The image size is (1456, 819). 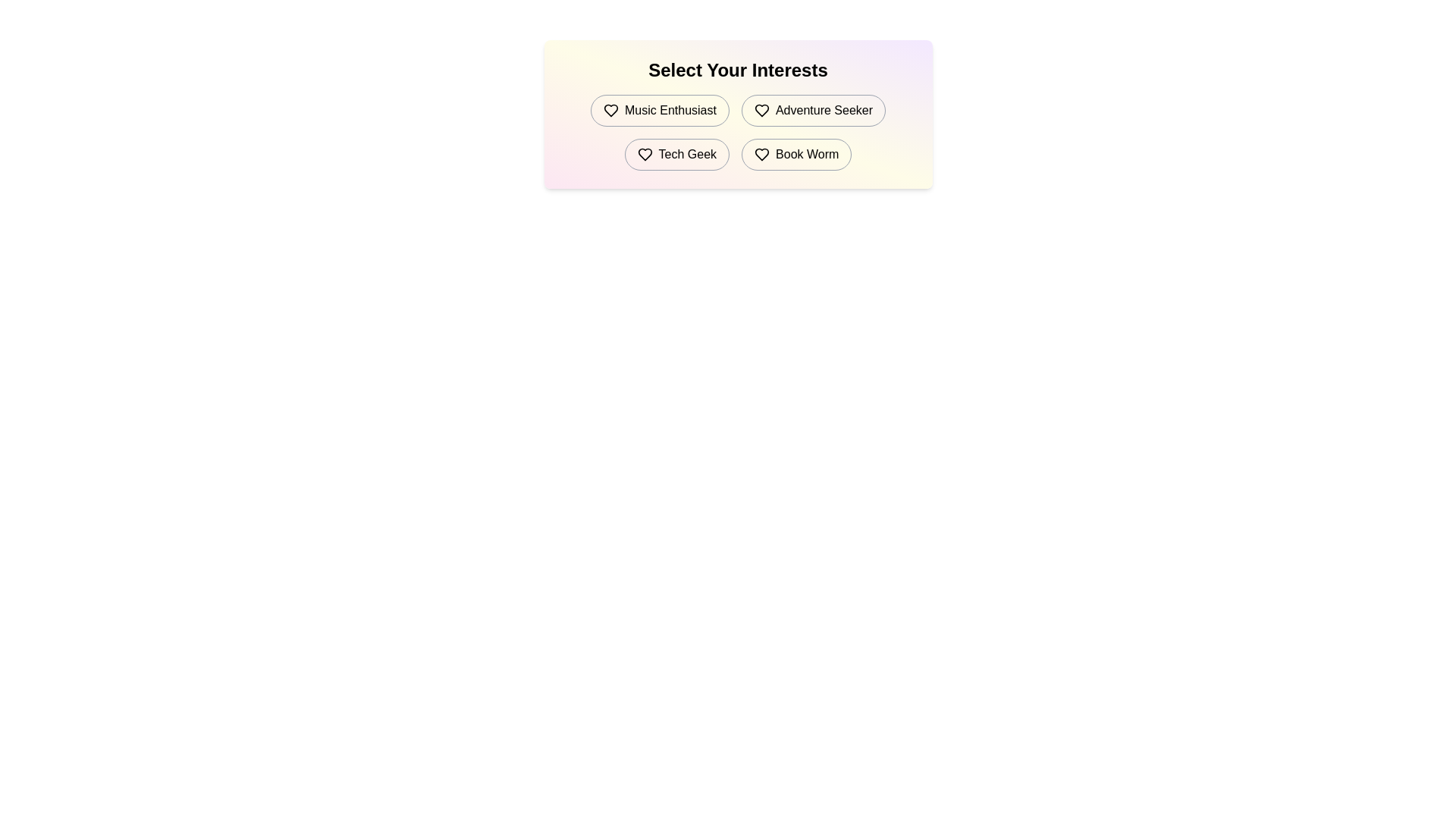 I want to click on the tag button labeled 'Book Worm' to observe its hover effect, so click(x=795, y=155).